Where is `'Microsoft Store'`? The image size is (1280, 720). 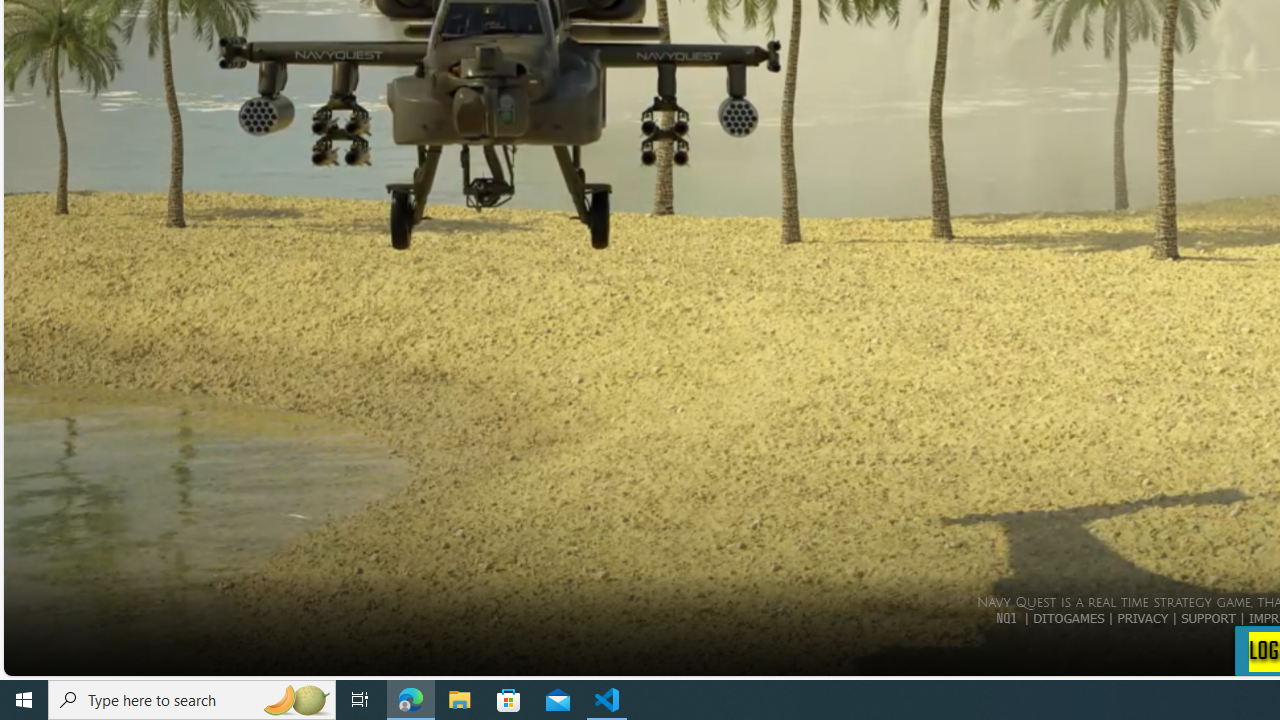 'Microsoft Store' is located at coordinates (509, 698).